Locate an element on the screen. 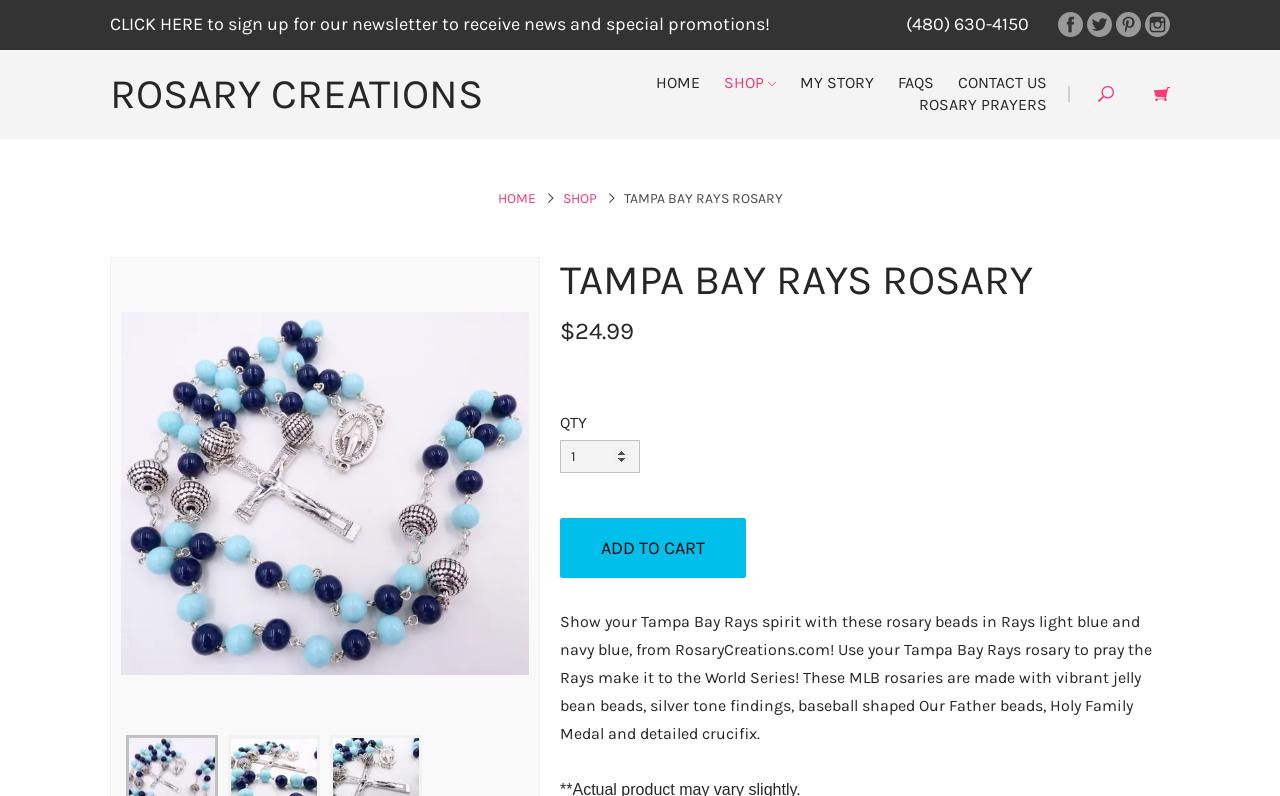  'Rosary Creations' is located at coordinates (295, 93).